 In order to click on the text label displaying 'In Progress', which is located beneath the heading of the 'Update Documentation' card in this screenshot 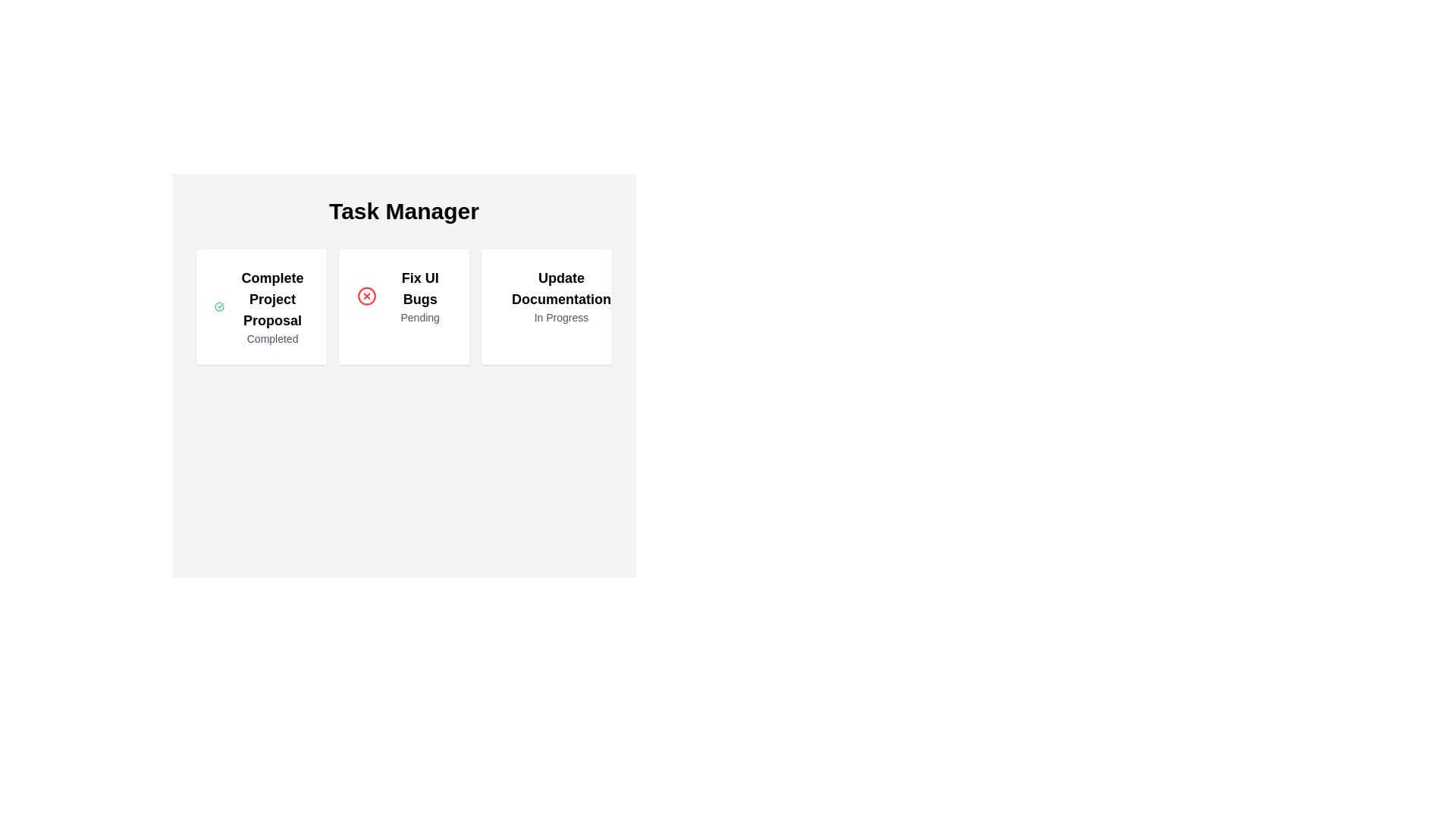, I will do `click(560, 317)`.